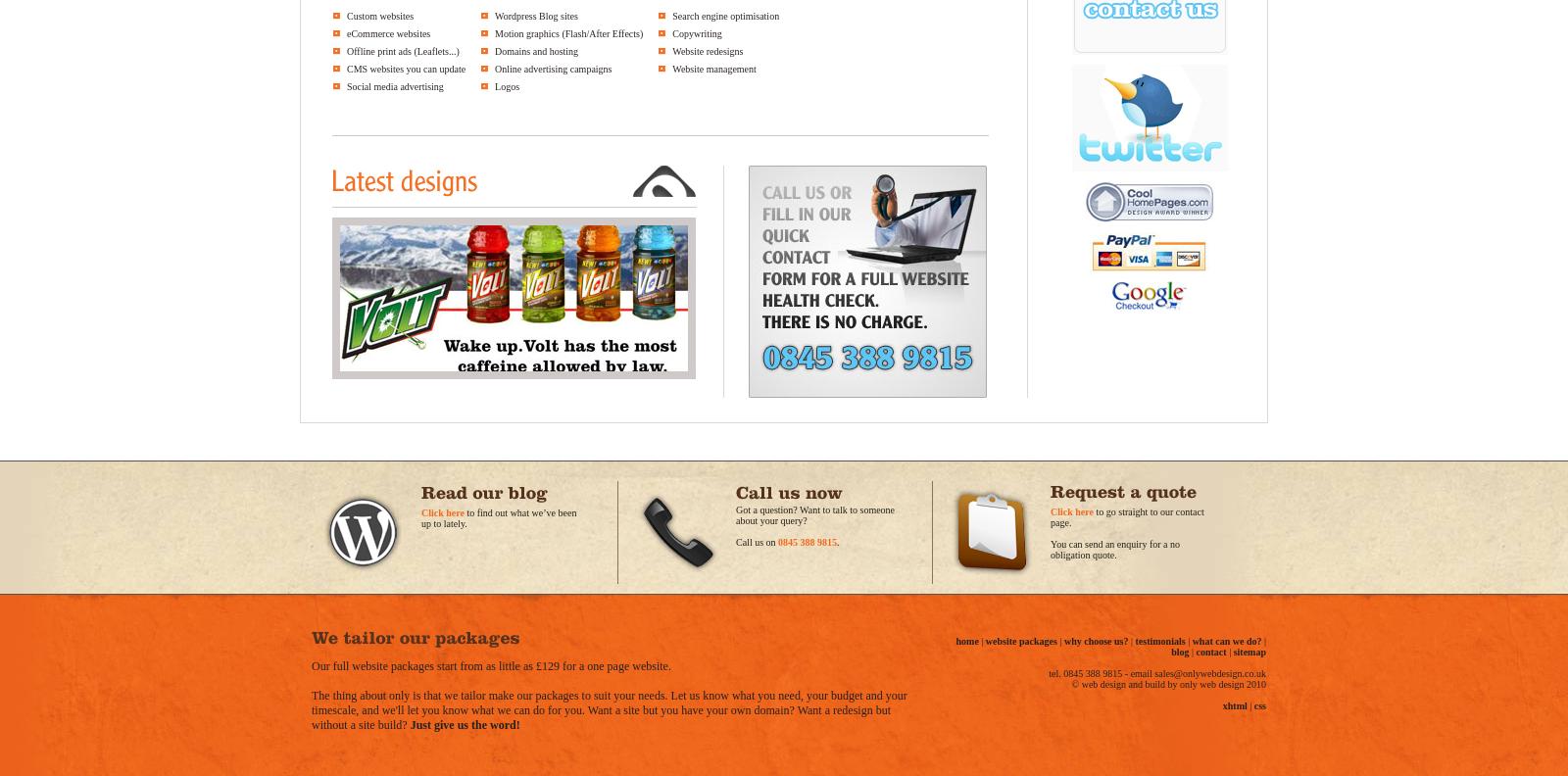 The image size is (1568, 776). Describe the element at coordinates (713, 69) in the screenshot. I see `'Website management'` at that location.